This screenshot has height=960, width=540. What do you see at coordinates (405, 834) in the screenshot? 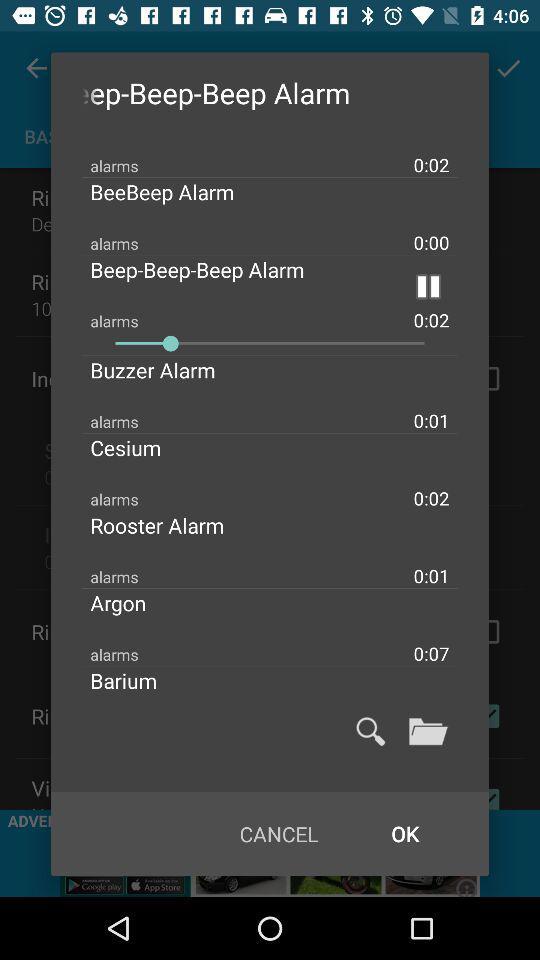
I see `ok` at bounding box center [405, 834].